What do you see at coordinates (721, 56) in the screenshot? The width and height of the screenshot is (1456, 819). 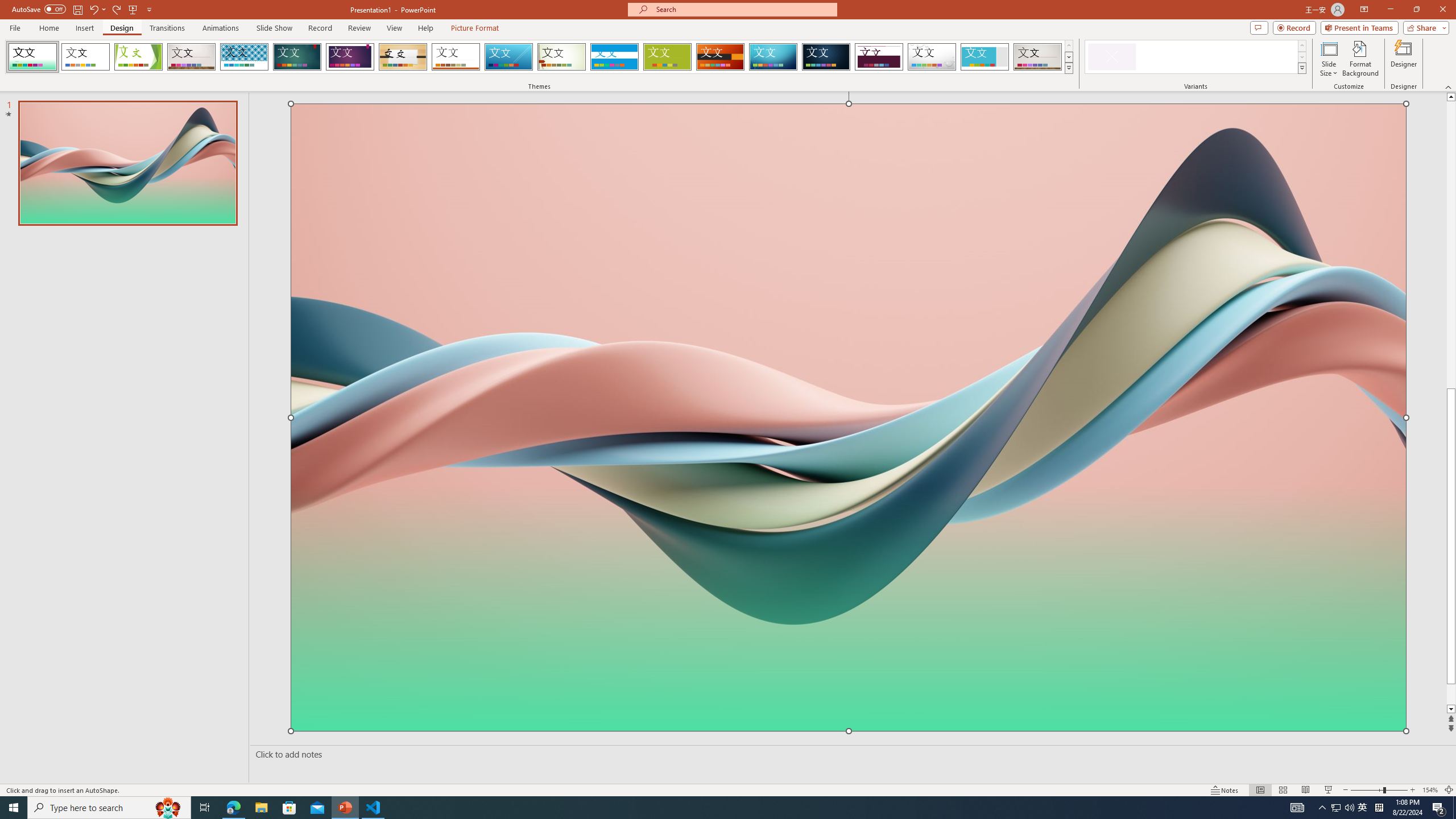 I see `'Berlin'` at bounding box center [721, 56].